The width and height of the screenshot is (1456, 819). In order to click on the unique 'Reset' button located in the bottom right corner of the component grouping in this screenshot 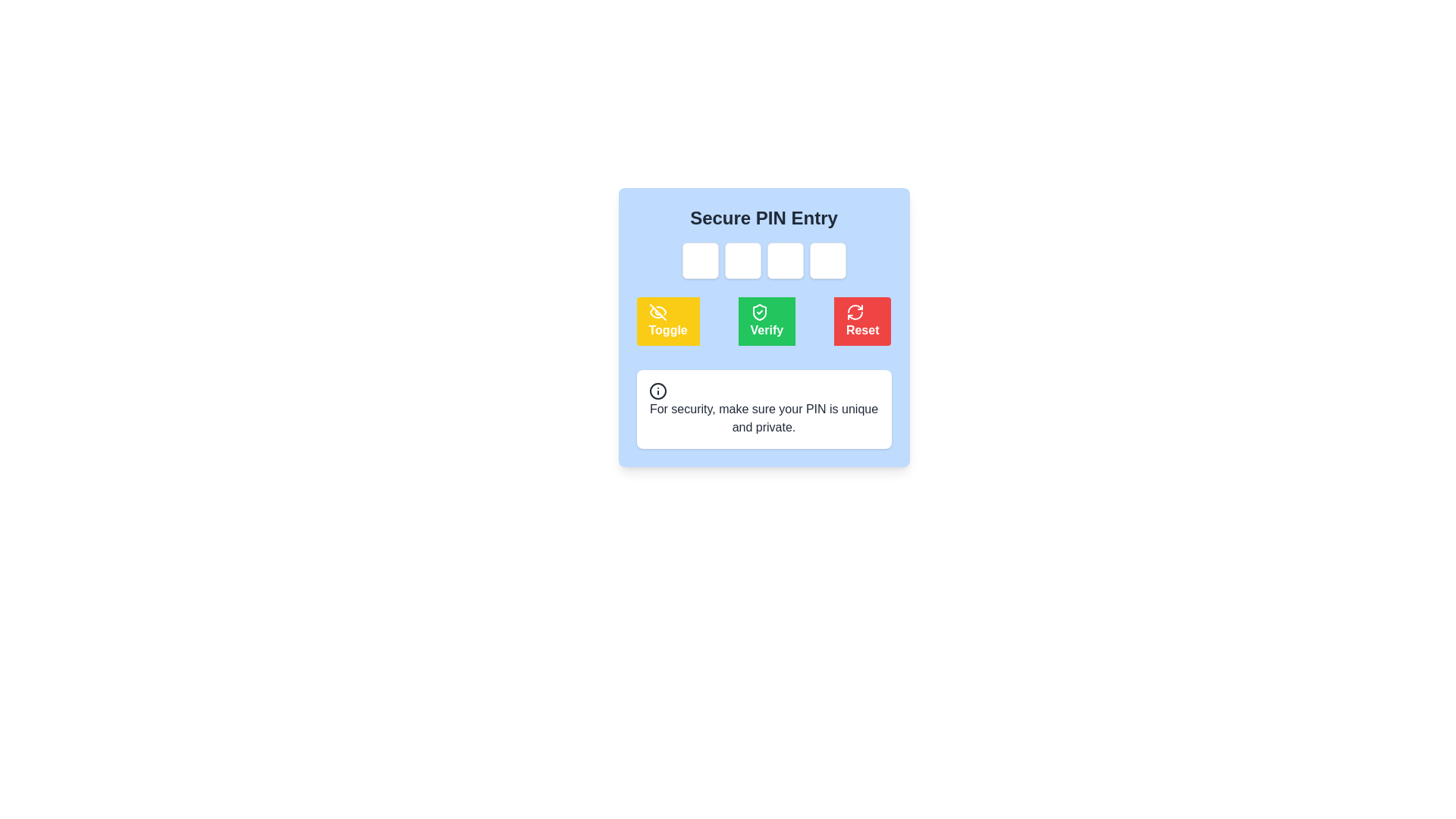, I will do `click(855, 312)`.